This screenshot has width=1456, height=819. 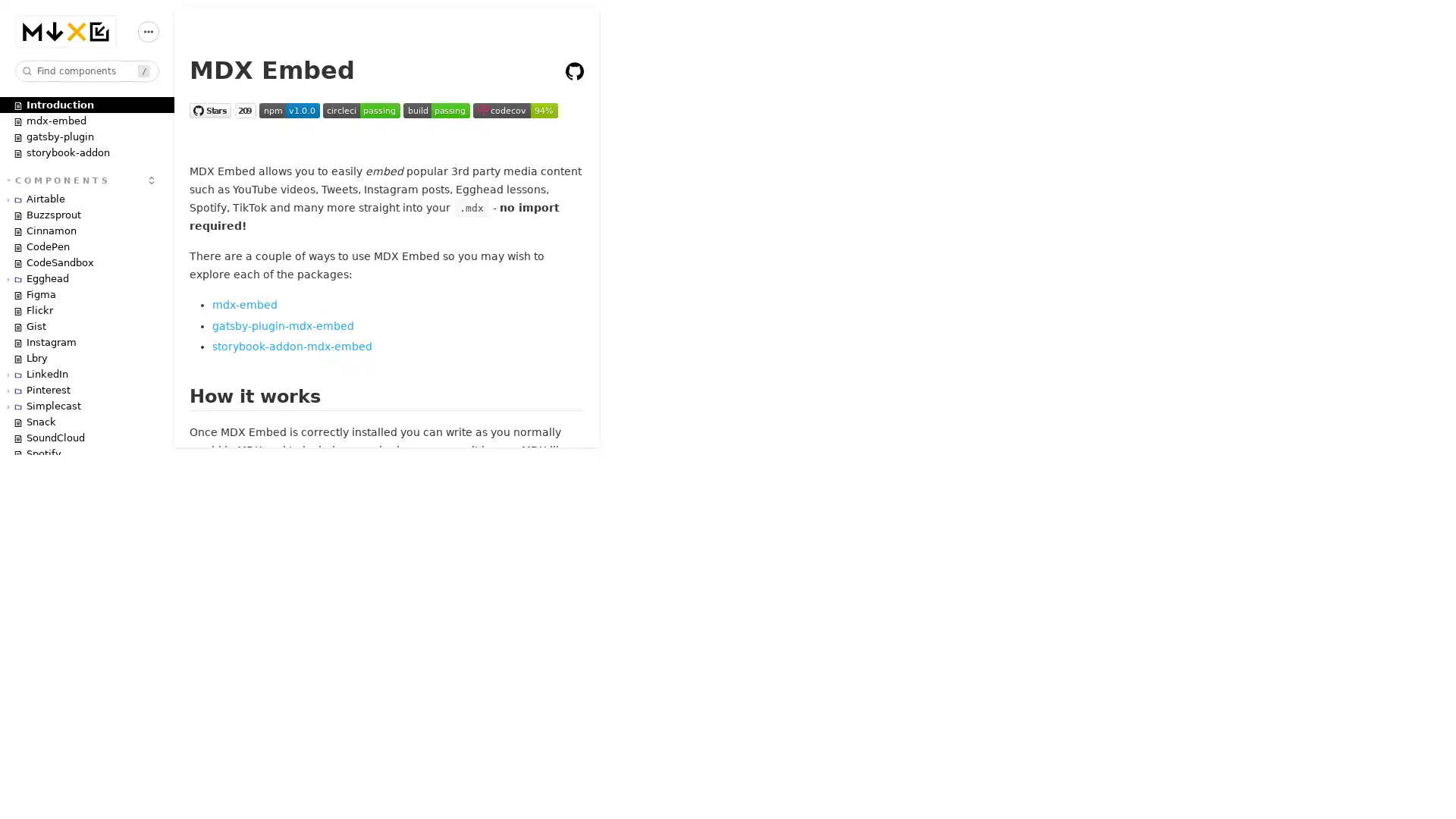 I want to click on COMPONENTS, so click(x=58, y=178).